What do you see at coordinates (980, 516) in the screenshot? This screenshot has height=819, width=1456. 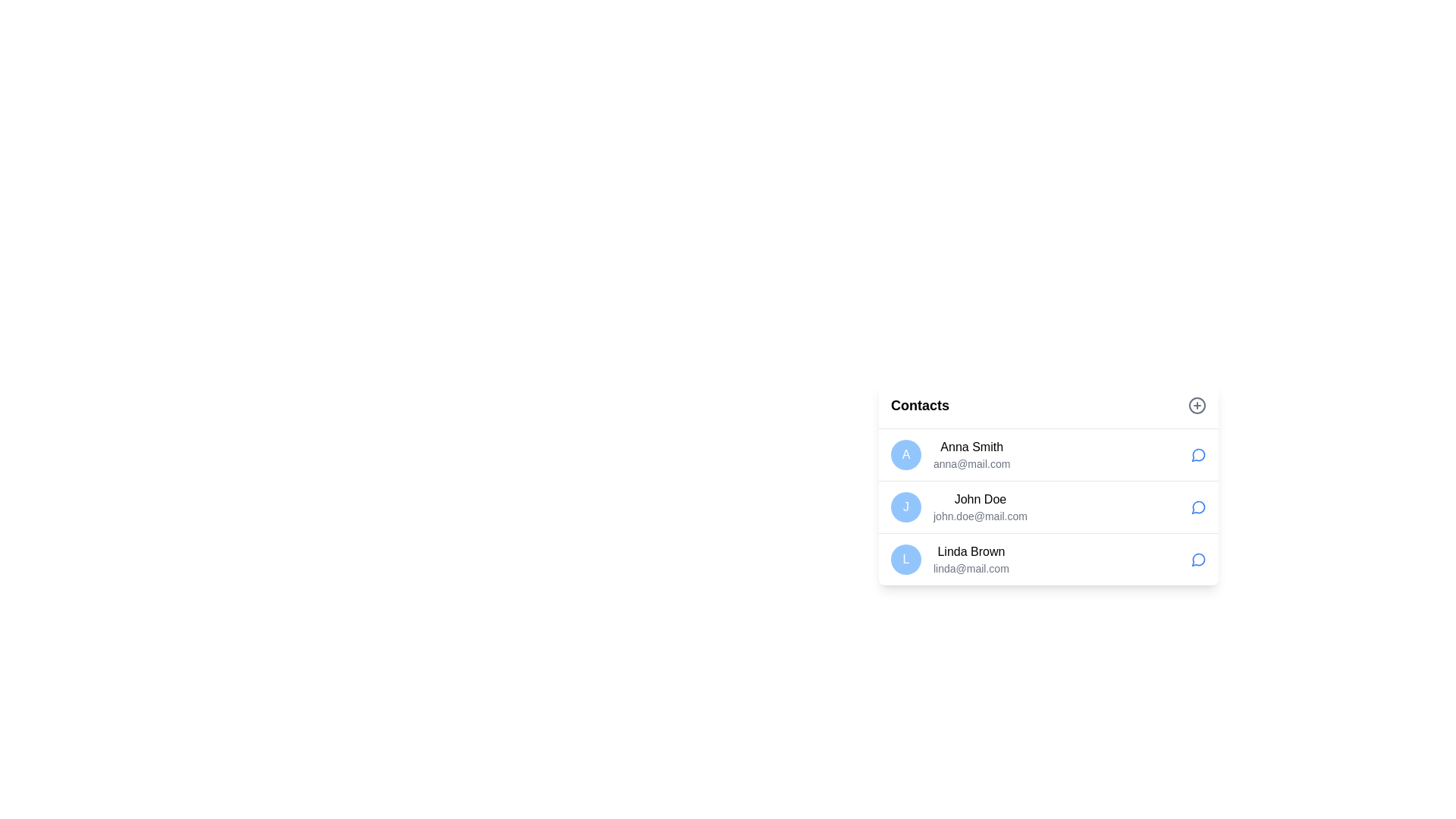 I see `the email address field of the contact entry for 'John Doe'` at bounding box center [980, 516].